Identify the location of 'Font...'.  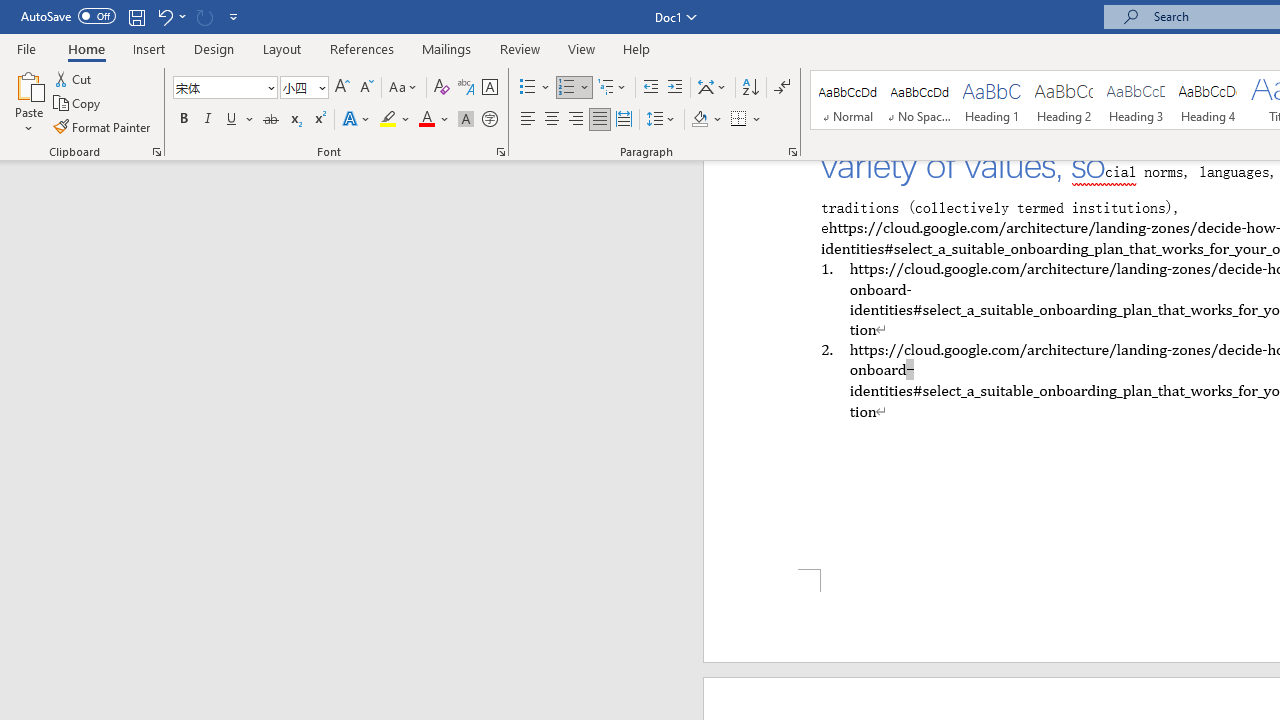
(501, 150).